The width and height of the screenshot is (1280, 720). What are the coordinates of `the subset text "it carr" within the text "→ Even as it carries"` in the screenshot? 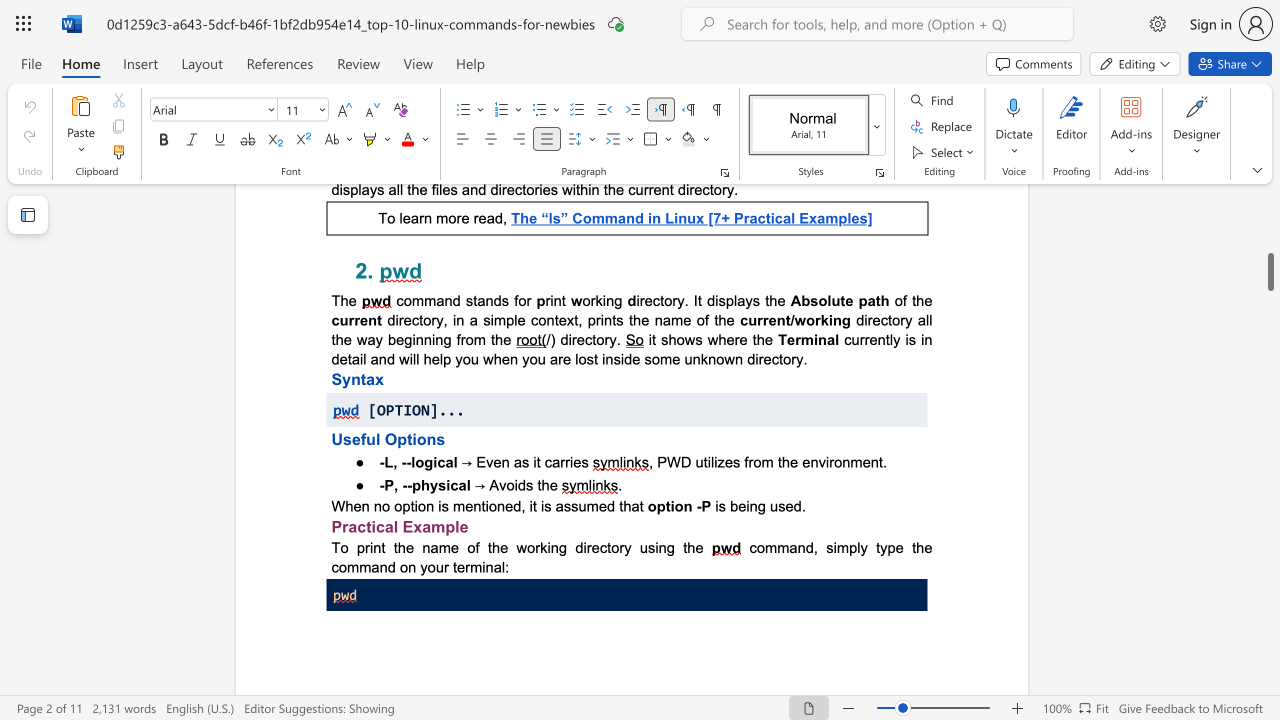 It's located at (533, 461).